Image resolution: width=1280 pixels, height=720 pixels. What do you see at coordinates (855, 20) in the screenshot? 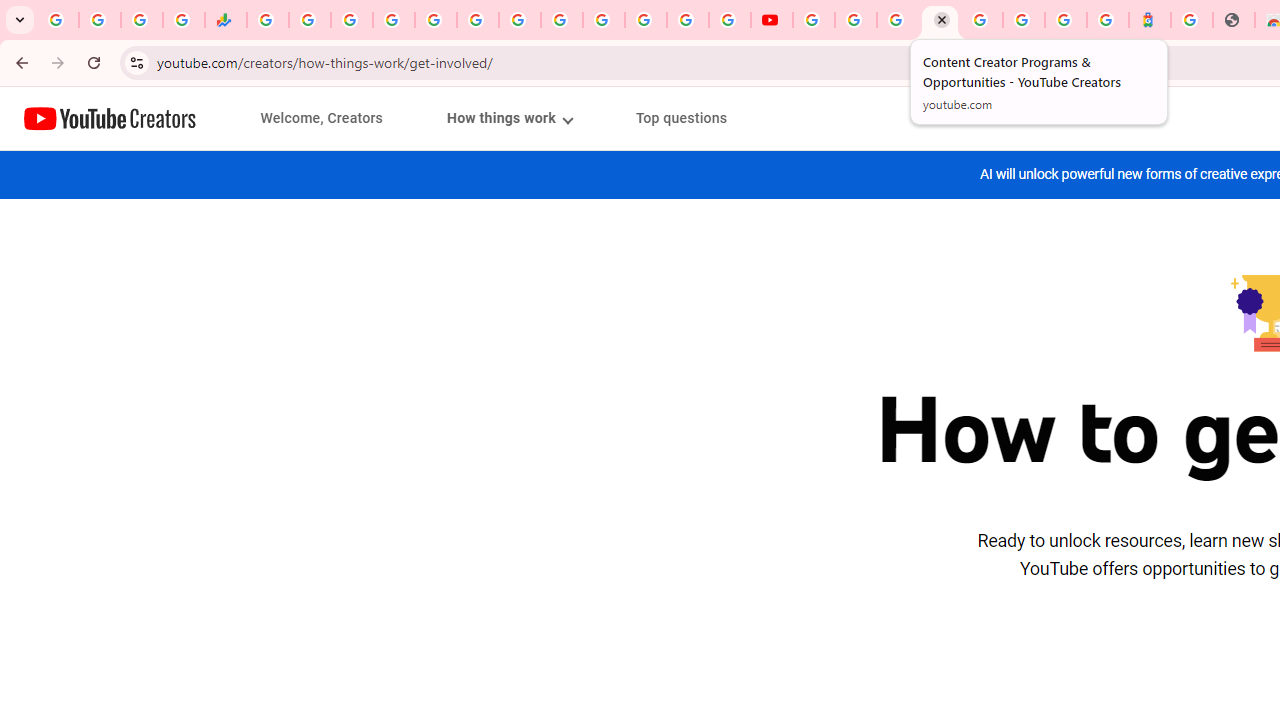
I see `'Google Account Help'` at bounding box center [855, 20].